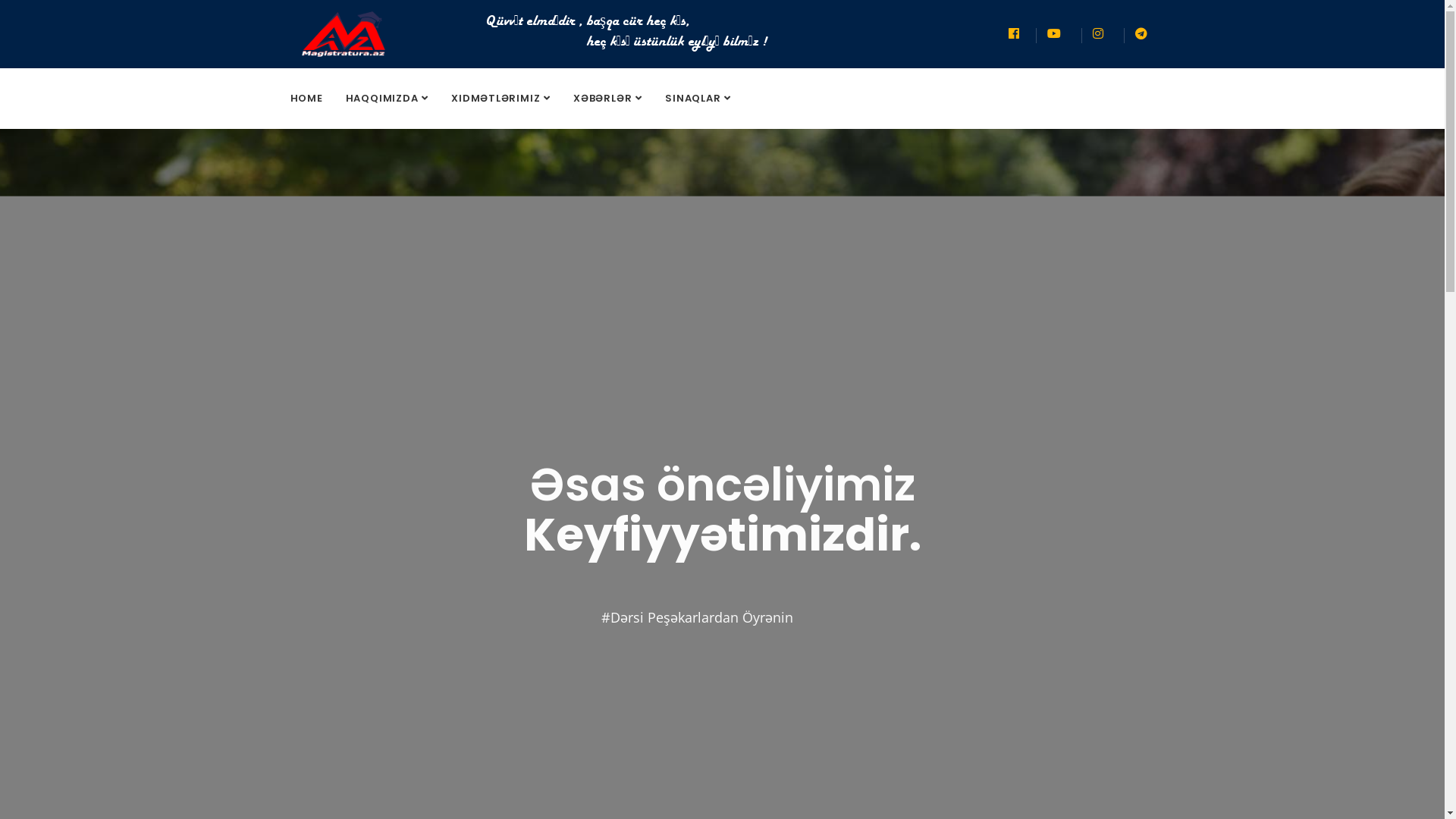 The image size is (1456, 819). What do you see at coordinates (654, 99) in the screenshot?
I see `'SINAQLAR'` at bounding box center [654, 99].